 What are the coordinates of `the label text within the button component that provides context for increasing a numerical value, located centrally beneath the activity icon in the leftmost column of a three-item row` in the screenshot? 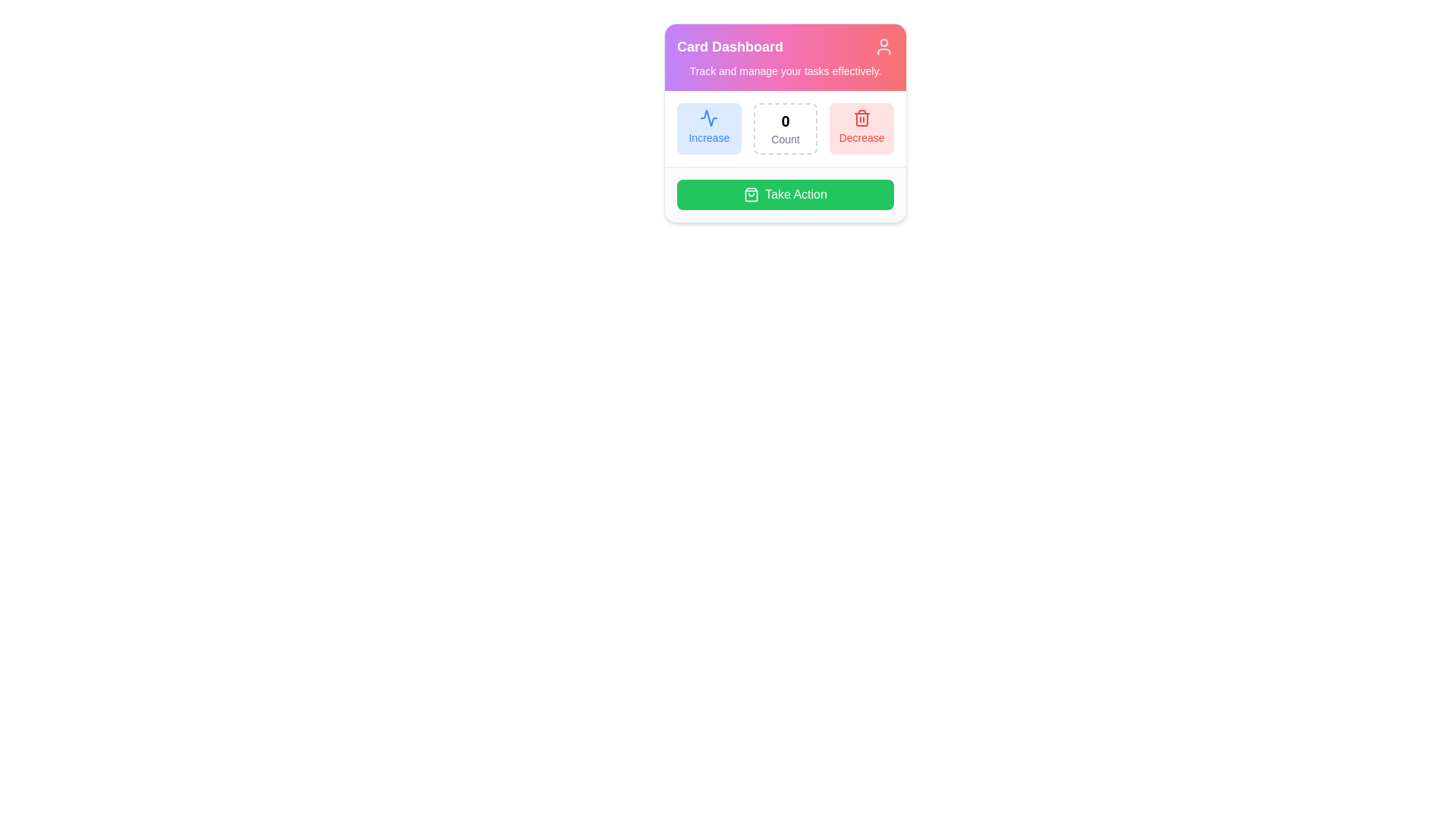 It's located at (708, 137).